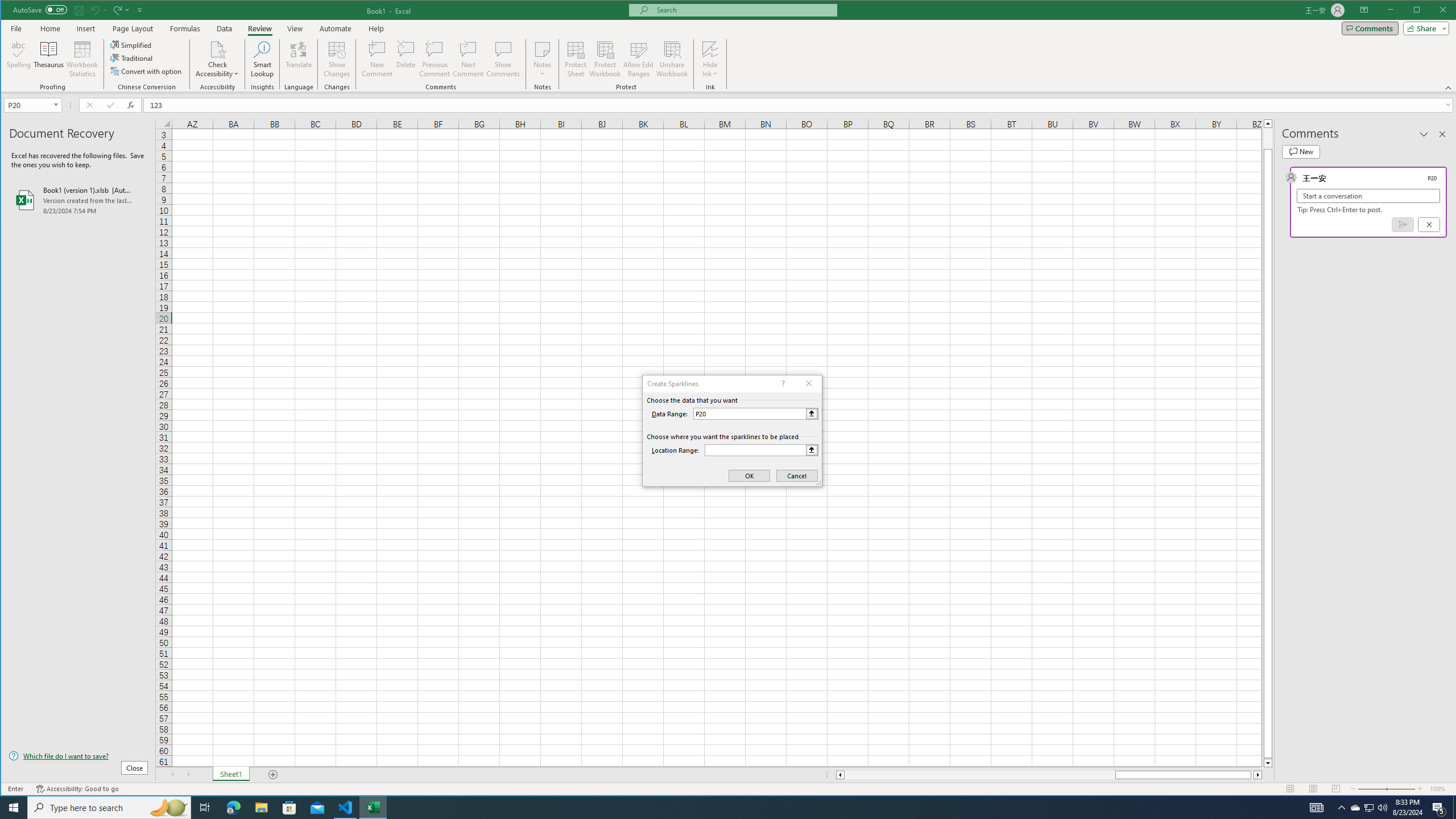 This screenshot has height=819, width=1456. What do you see at coordinates (230, 775) in the screenshot?
I see `'Sheet1'` at bounding box center [230, 775].